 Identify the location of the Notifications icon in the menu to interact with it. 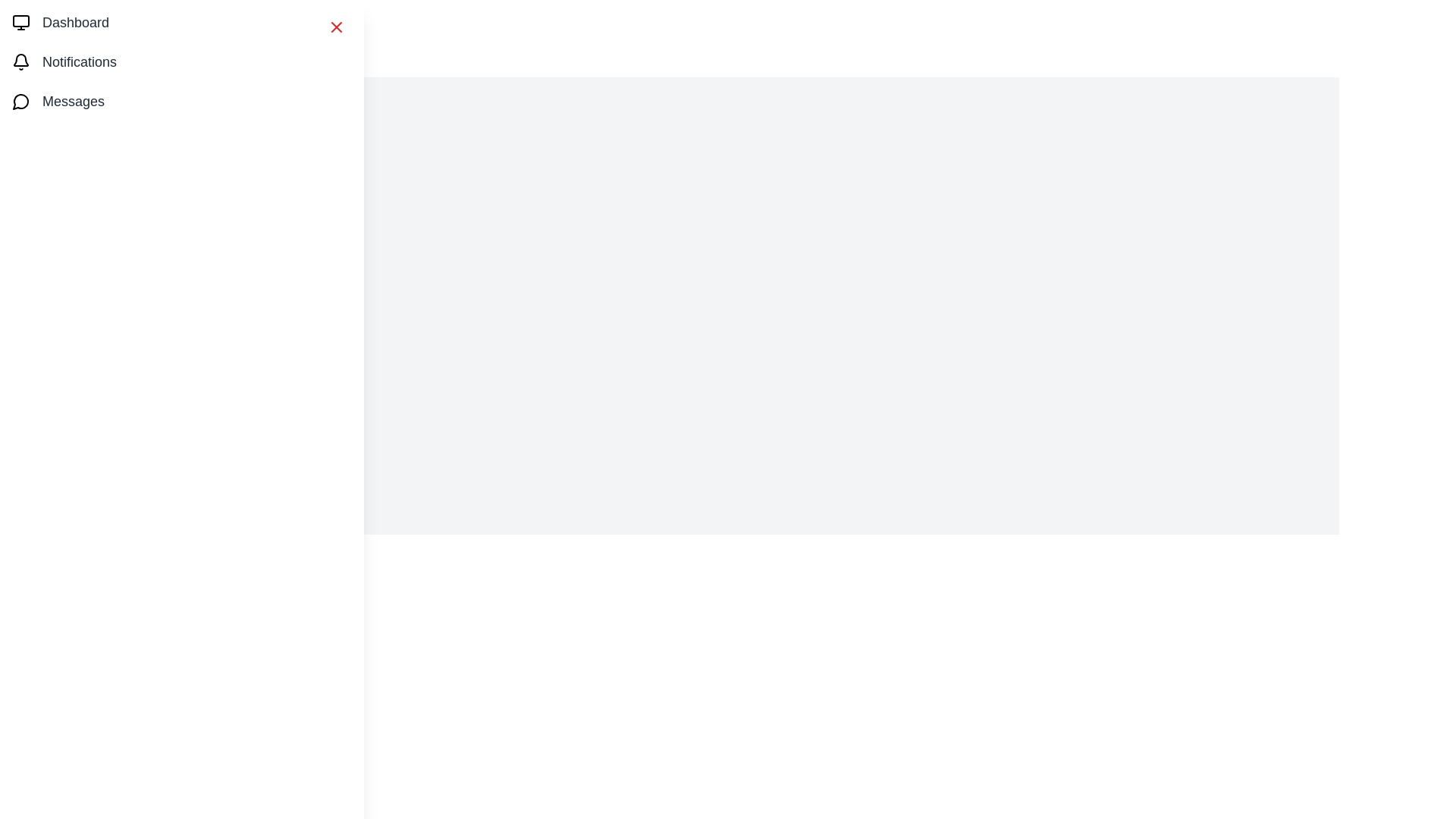
(21, 61).